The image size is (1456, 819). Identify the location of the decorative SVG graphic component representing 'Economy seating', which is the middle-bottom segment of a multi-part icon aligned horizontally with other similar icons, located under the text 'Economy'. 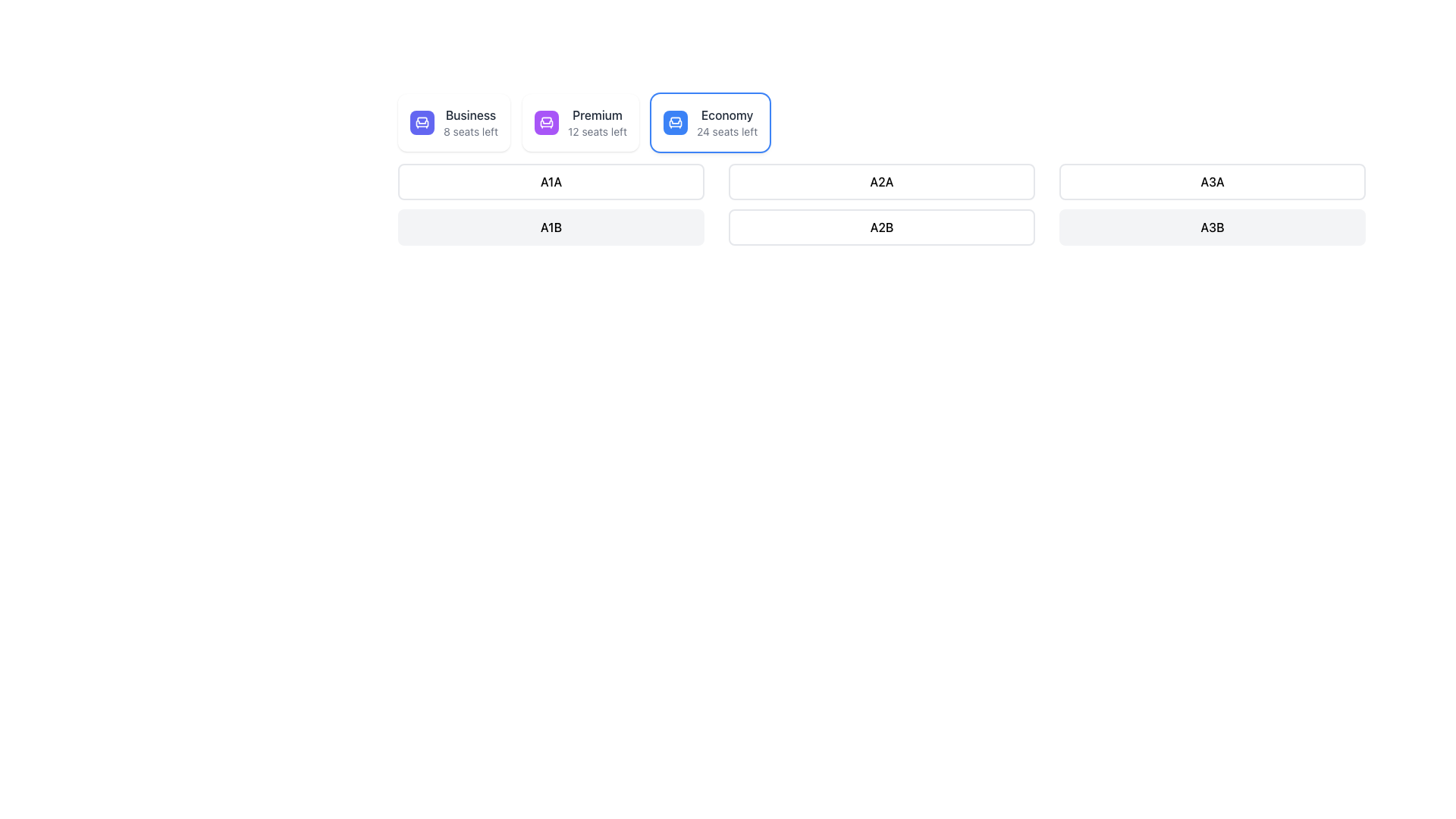
(674, 123).